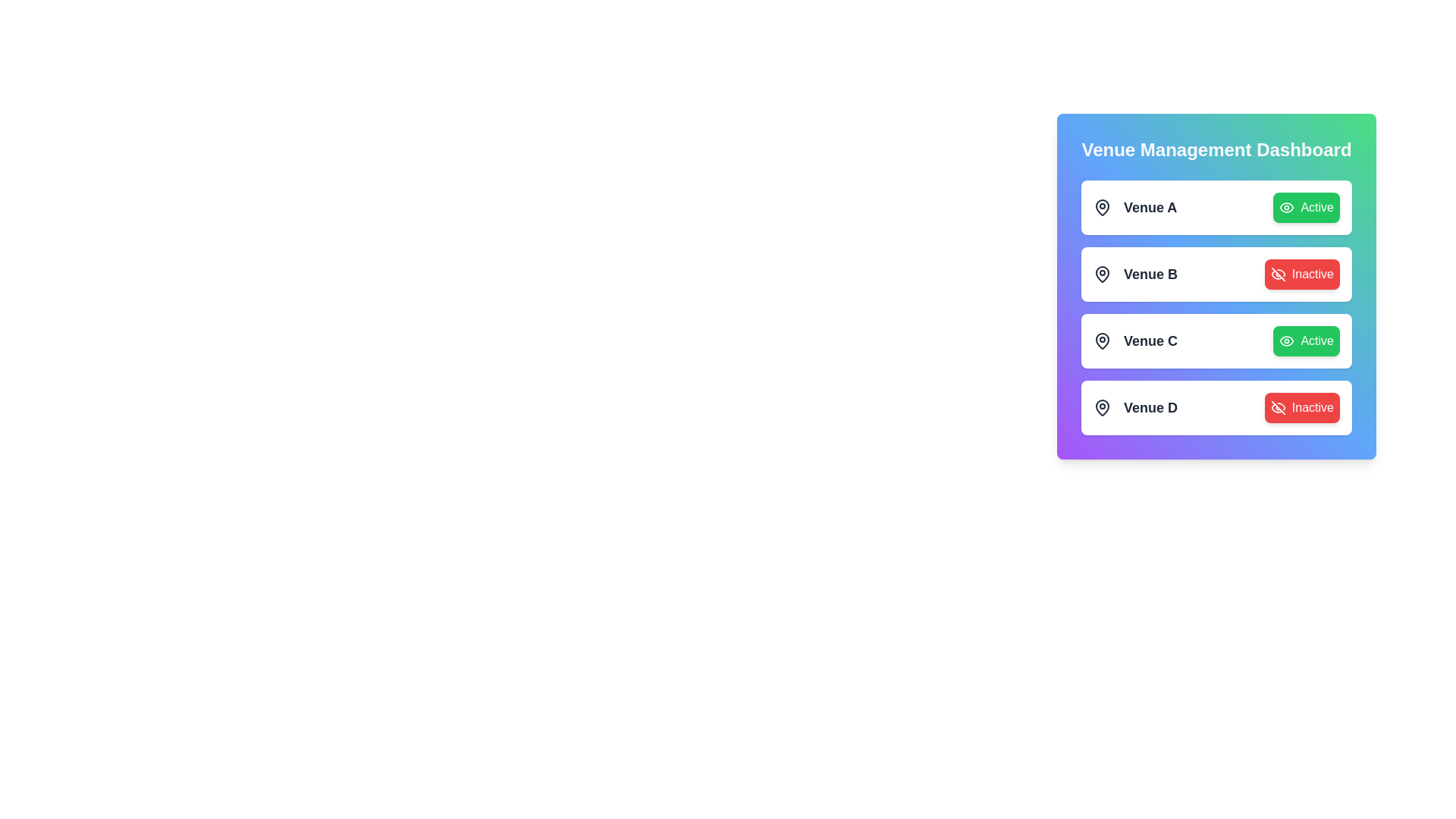 This screenshot has width=1456, height=819. What do you see at coordinates (1306, 341) in the screenshot?
I see `button corresponding to the venue Venue C to toggle its status` at bounding box center [1306, 341].